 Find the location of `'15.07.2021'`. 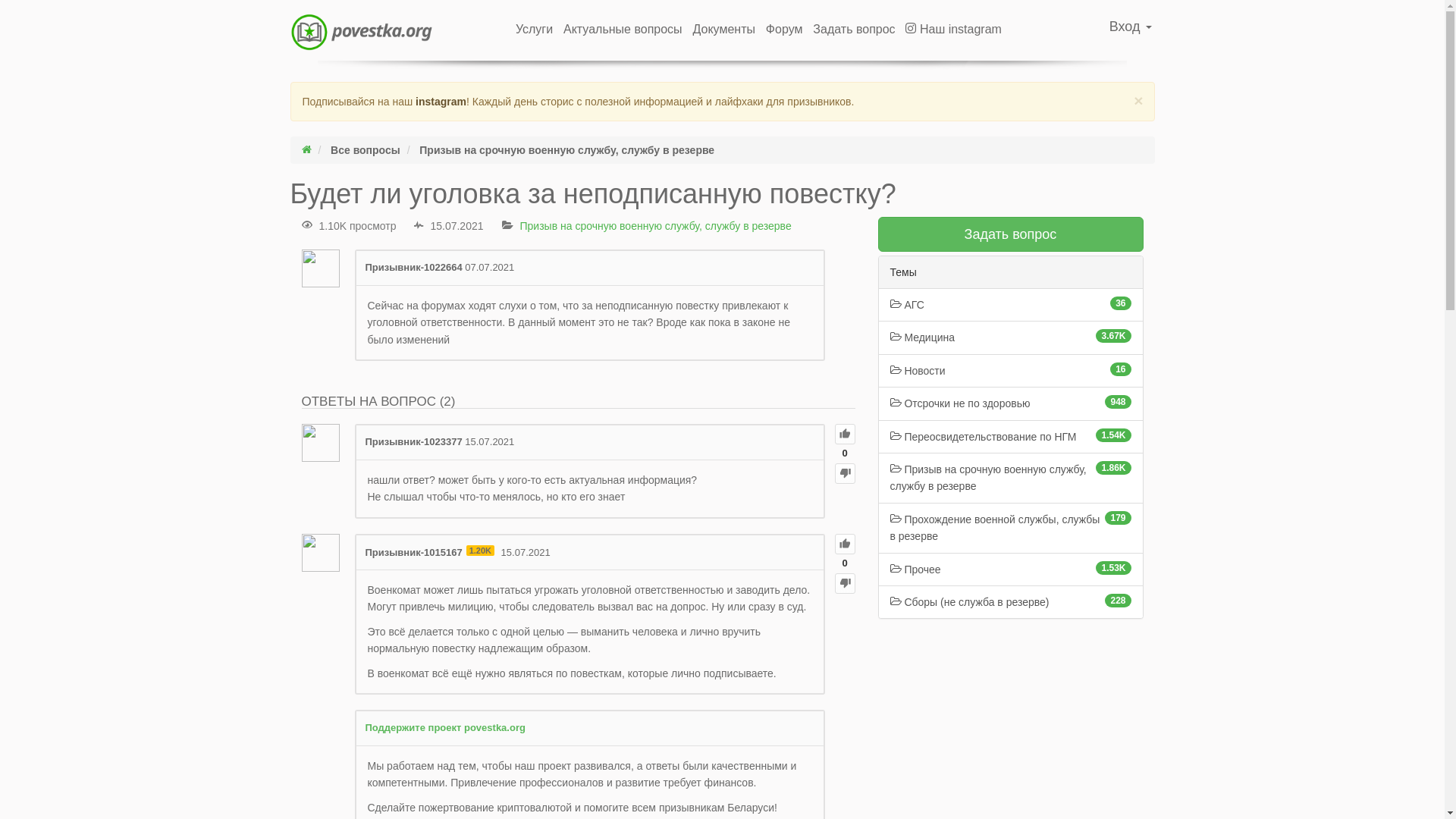

'15.07.2021' is located at coordinates (489, 441).